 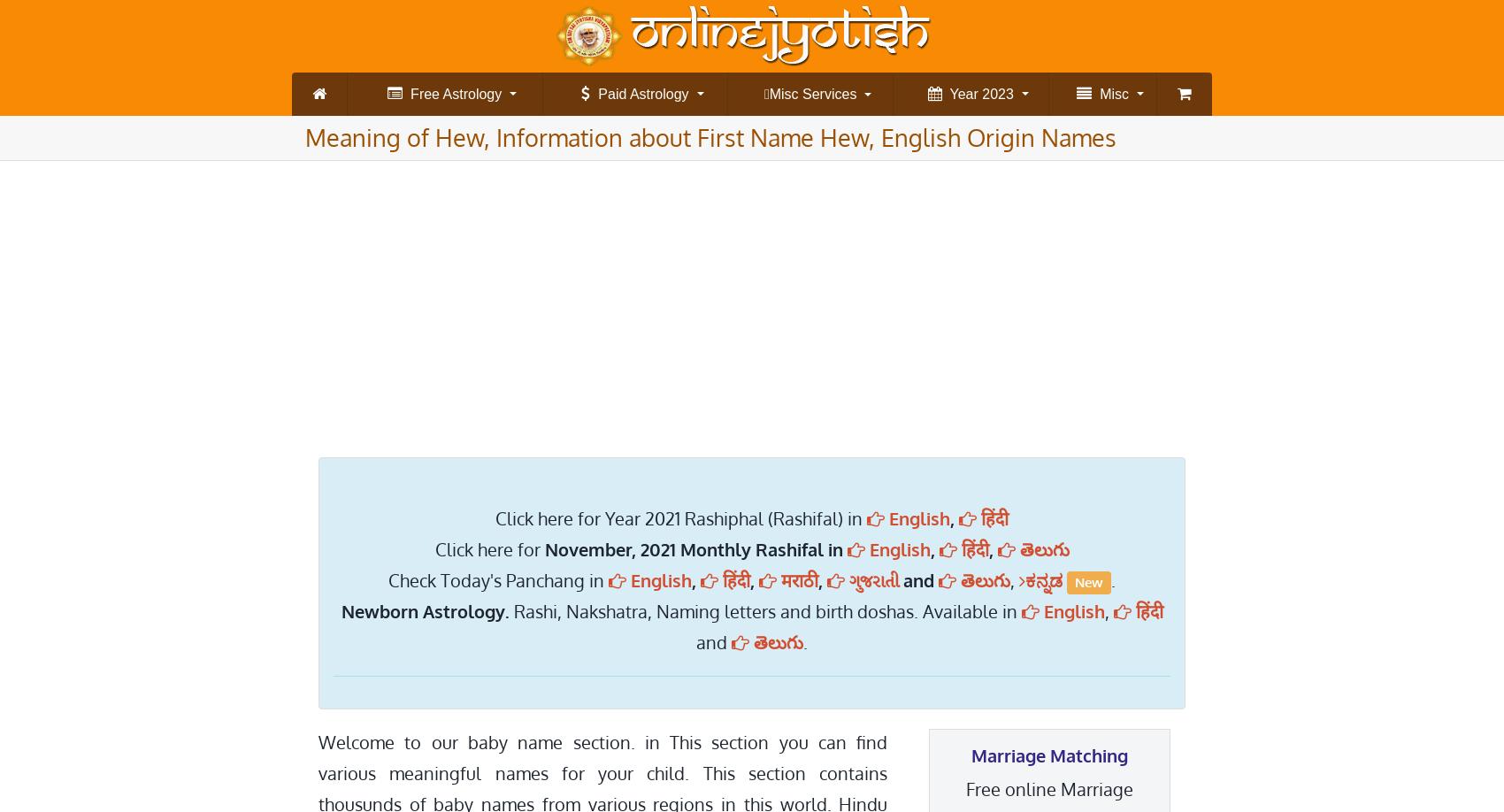 What do you see at coordinates (1075, 225) in the screenshot?
I see `'ગુજરાતિ રાશિફાલ (વાર્ષિક)'` at bounding box center [1075, 225].